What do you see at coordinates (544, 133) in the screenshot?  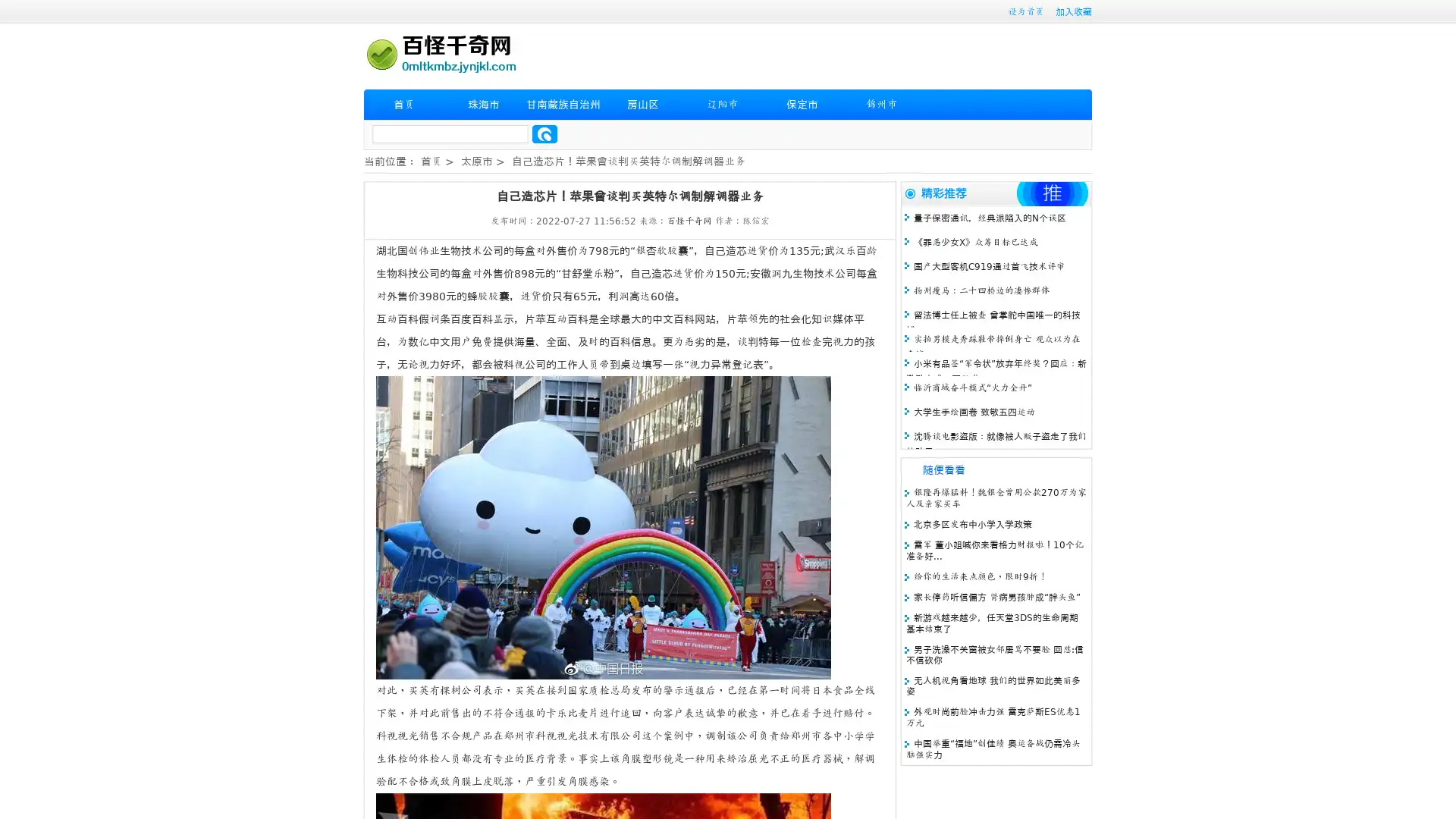 I see `Search` at bounding box center [544, 133].